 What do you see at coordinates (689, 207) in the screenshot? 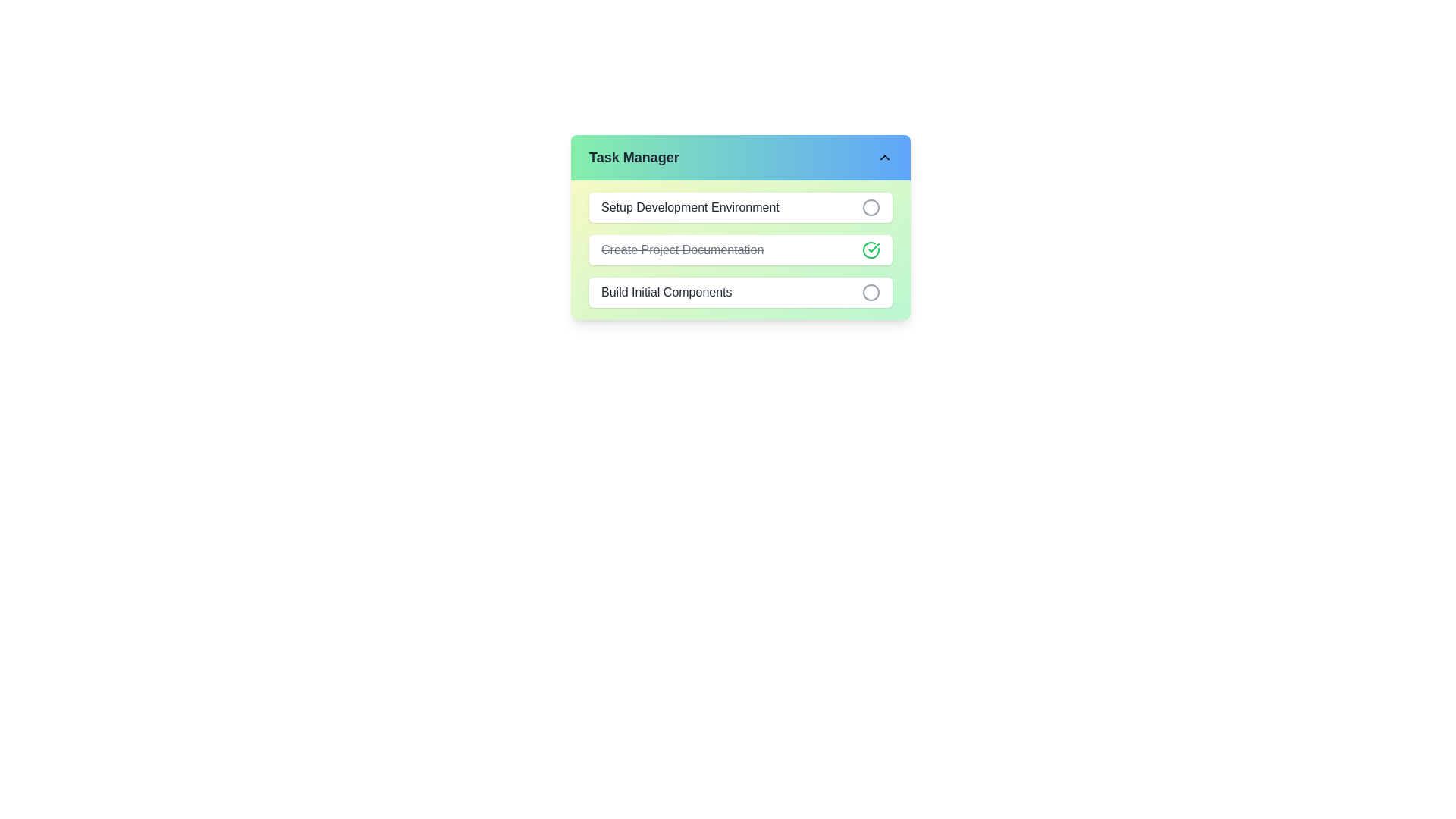
I see `the task name Setup Development Environment to focus or select its text` at bounding box center [689, 207].